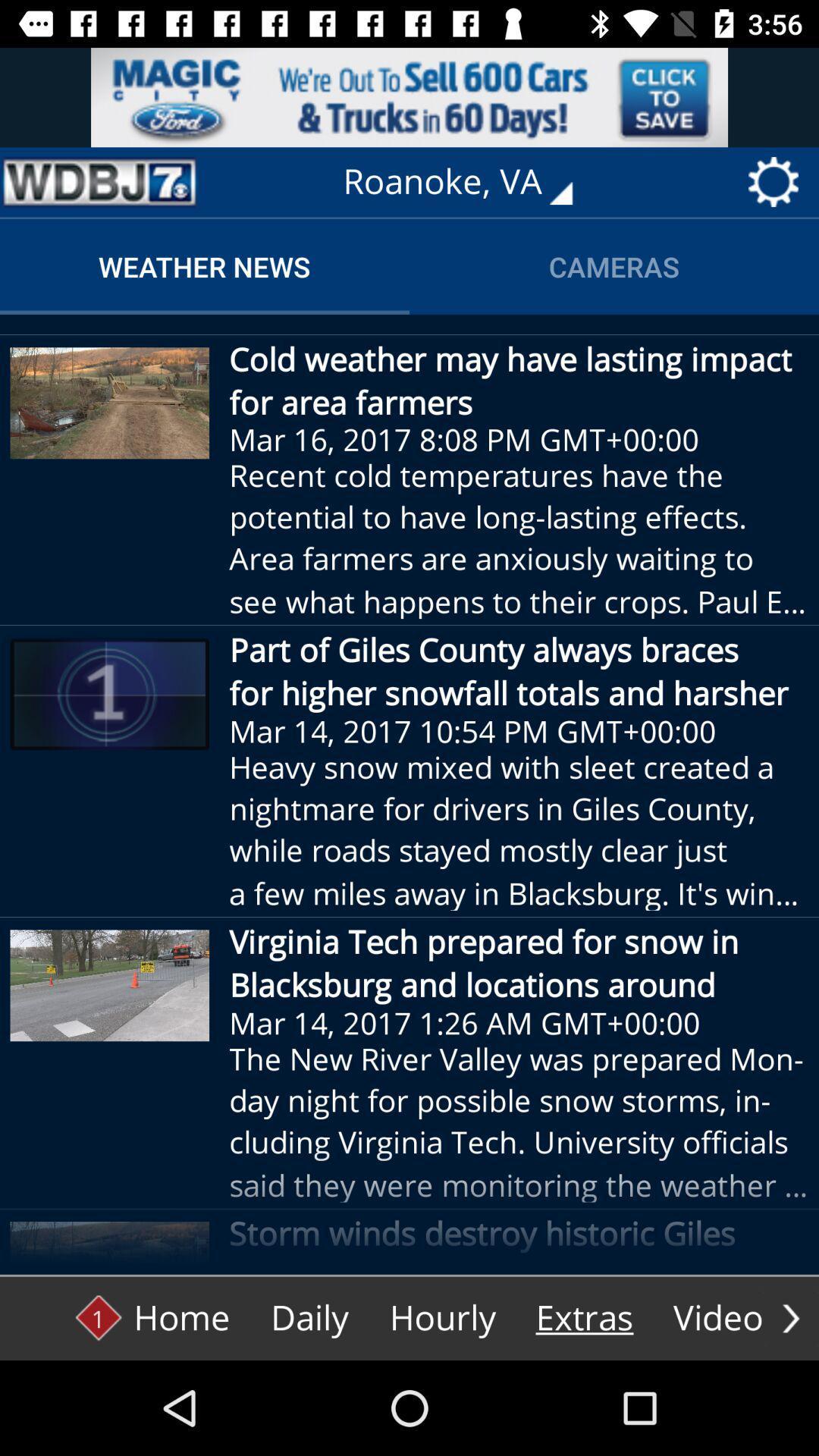 The height and width of the screenshot is (1456, 819). Describe the element at coordinates (409, 96) in the screenshot. I see `new advertisement open box` at that location.